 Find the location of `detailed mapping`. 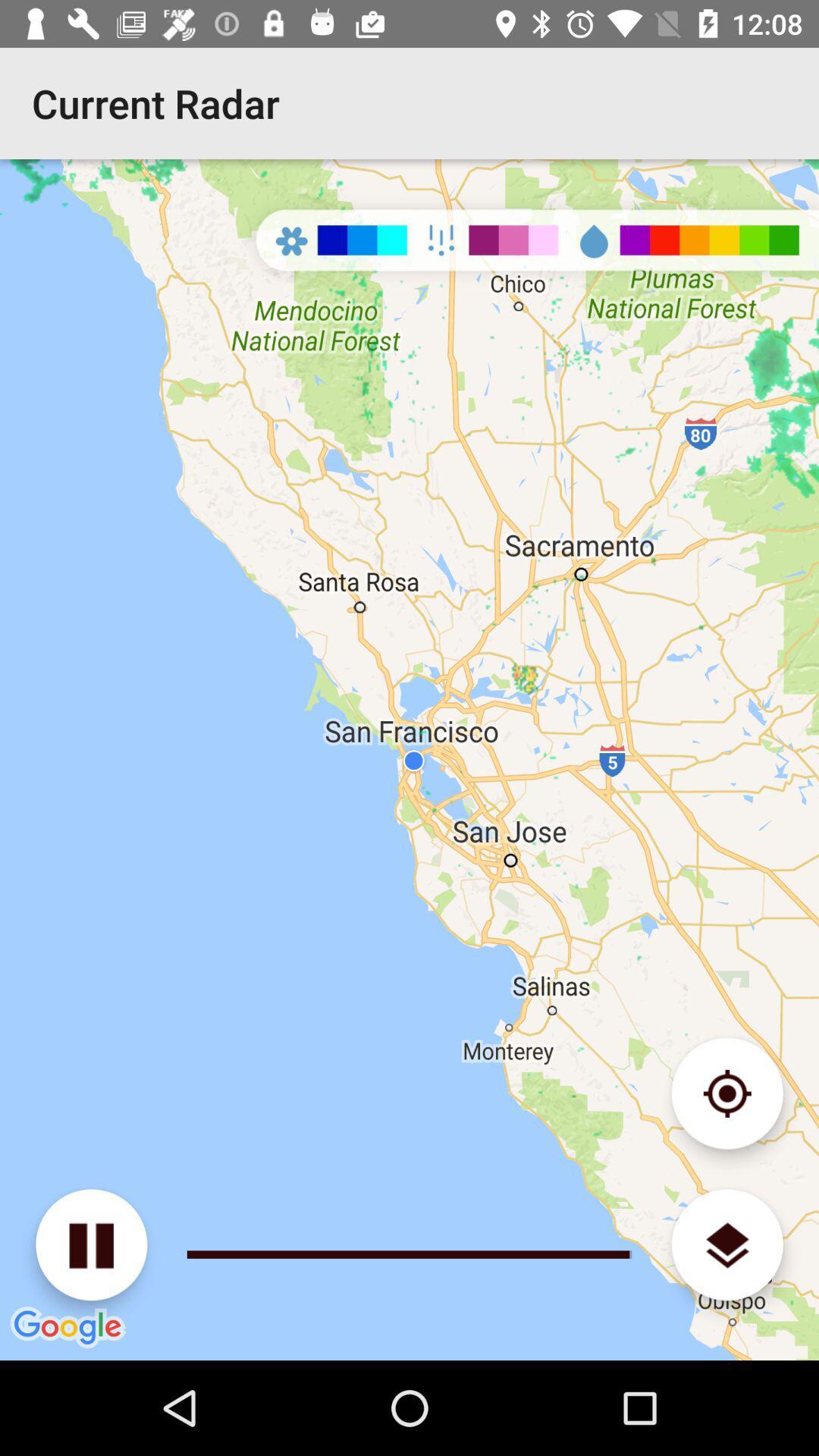

detailed mapping is located at coordinates (726, 1094).